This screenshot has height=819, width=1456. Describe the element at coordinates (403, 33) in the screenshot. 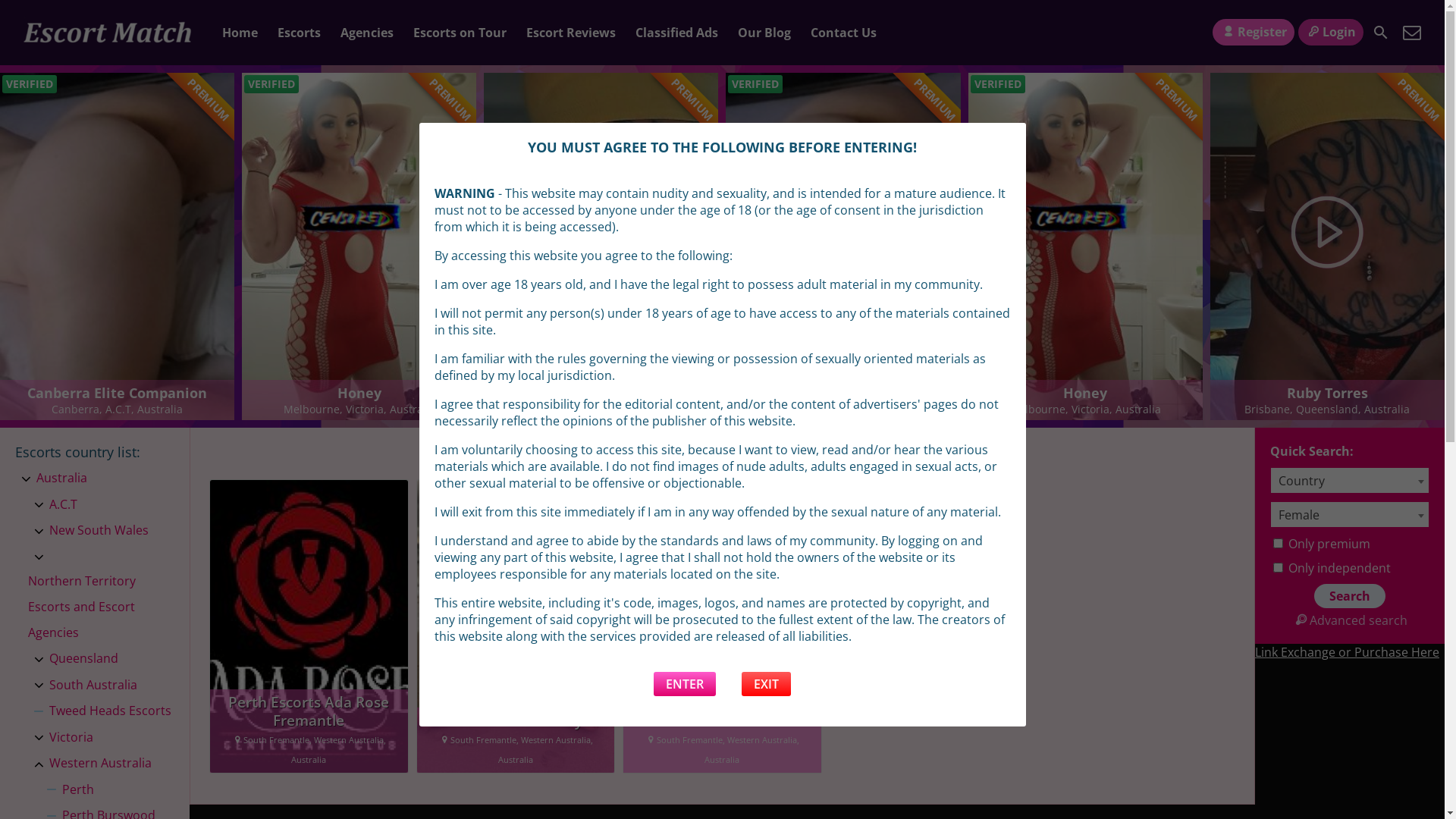

I see `'Escorts on Tour'` at that location.